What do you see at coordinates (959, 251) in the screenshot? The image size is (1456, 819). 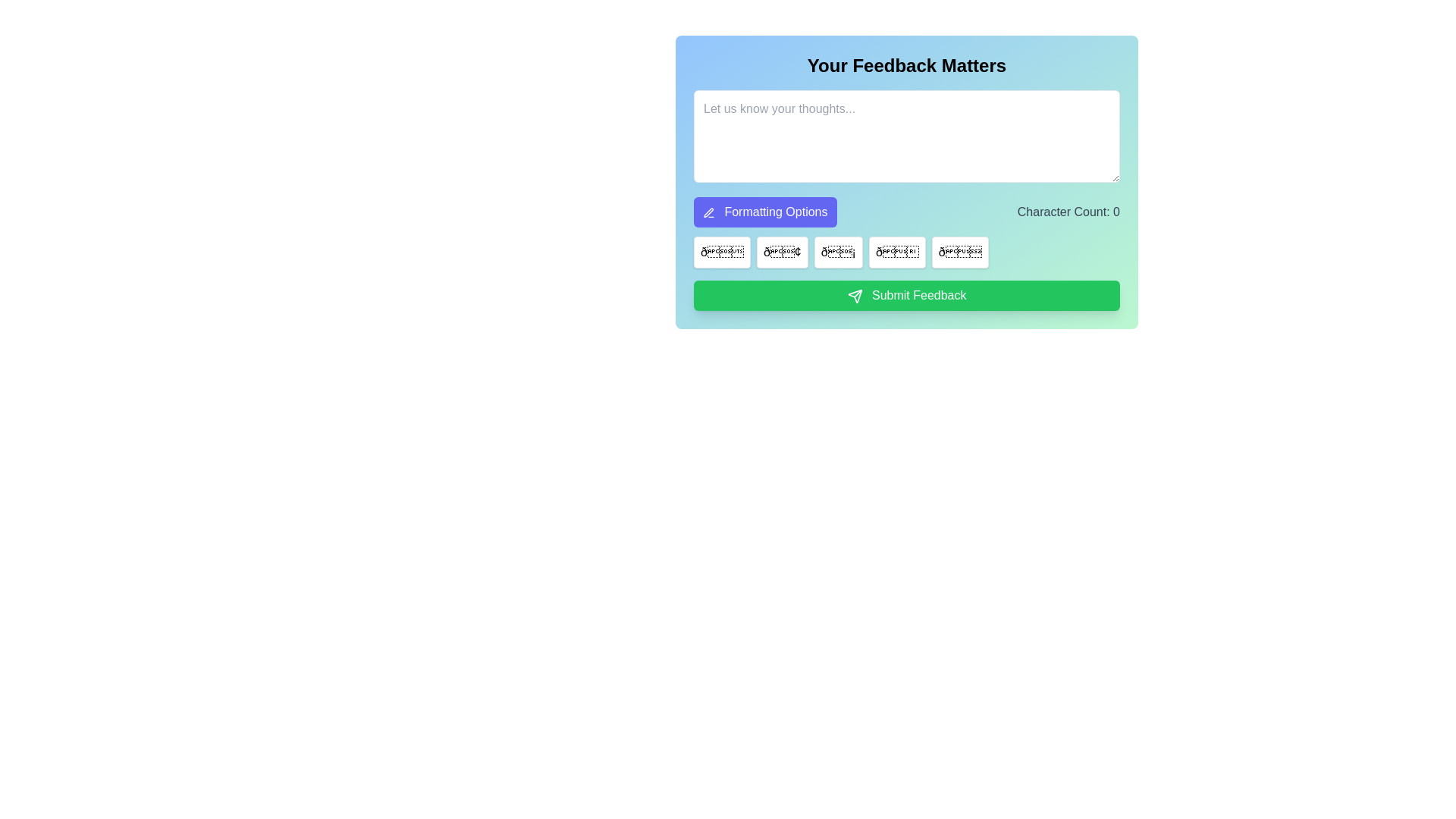 I see `the fifth white button with rounded corners and an emoji-like icon, located below the input field and formatting options` at bounding box center [959, 251].